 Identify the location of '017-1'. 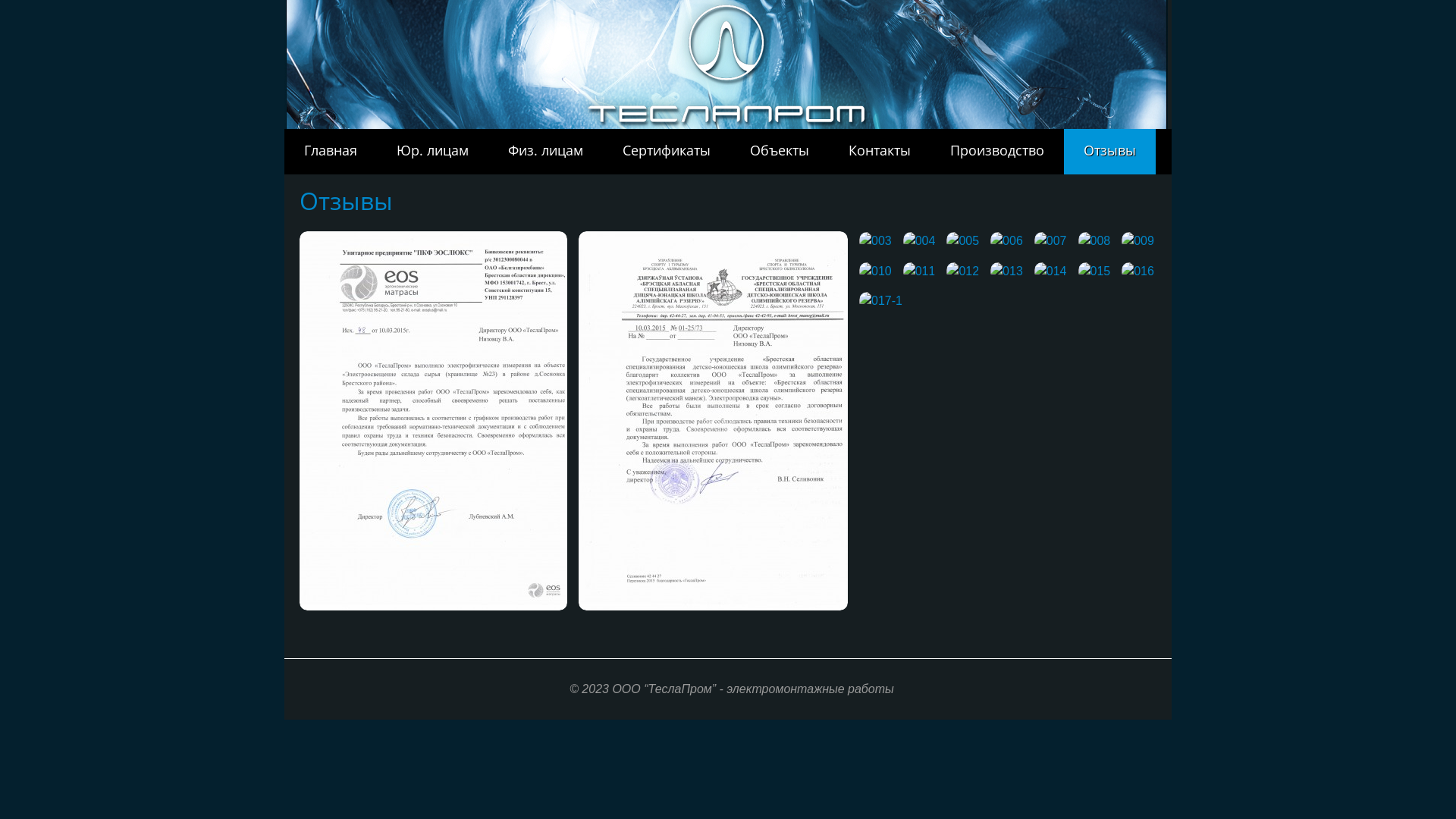
(858, 301).